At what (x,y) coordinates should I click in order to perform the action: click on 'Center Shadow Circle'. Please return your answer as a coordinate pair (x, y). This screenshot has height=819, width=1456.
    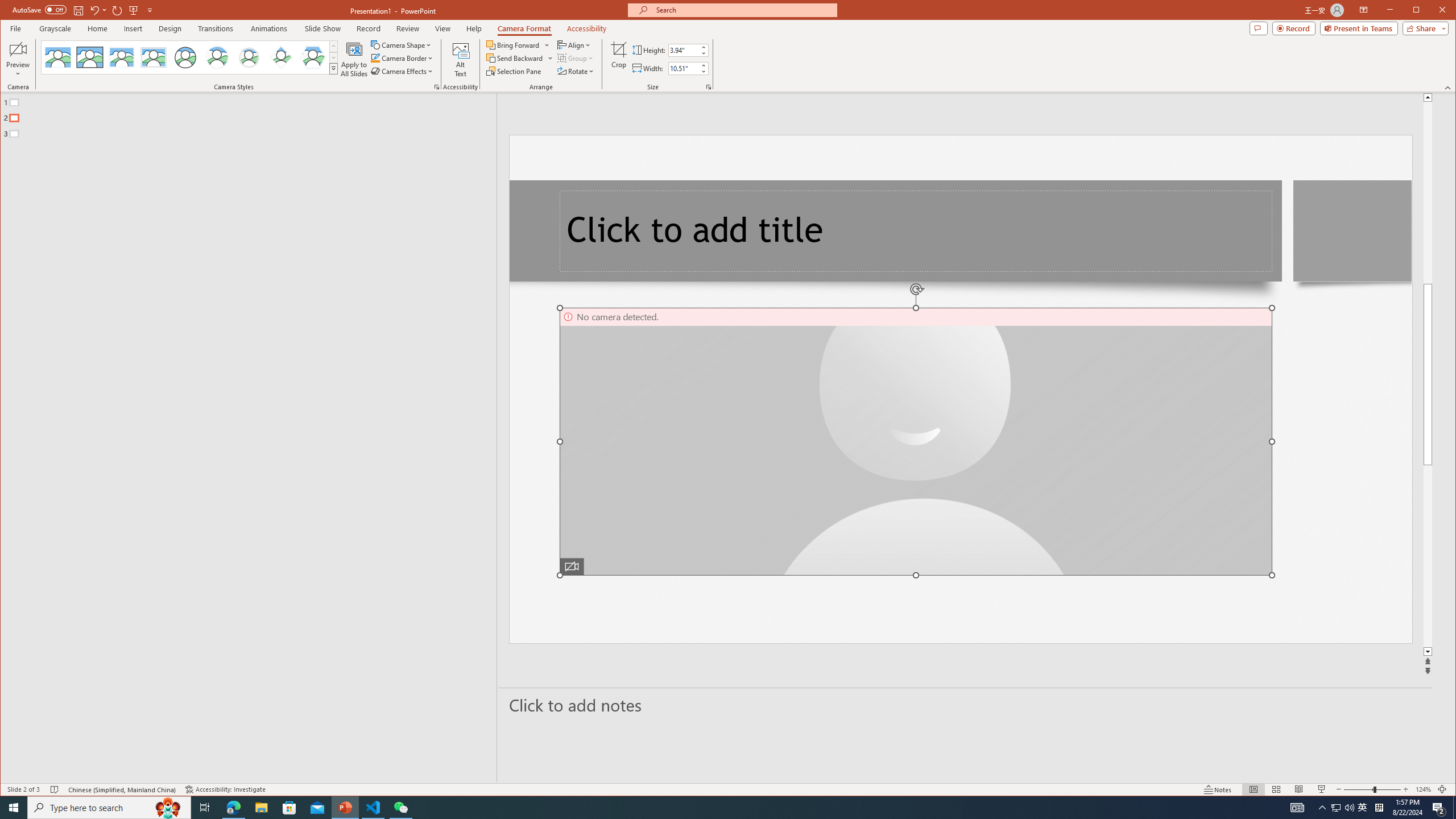
    Looking at the image, I should click on (216, 57).